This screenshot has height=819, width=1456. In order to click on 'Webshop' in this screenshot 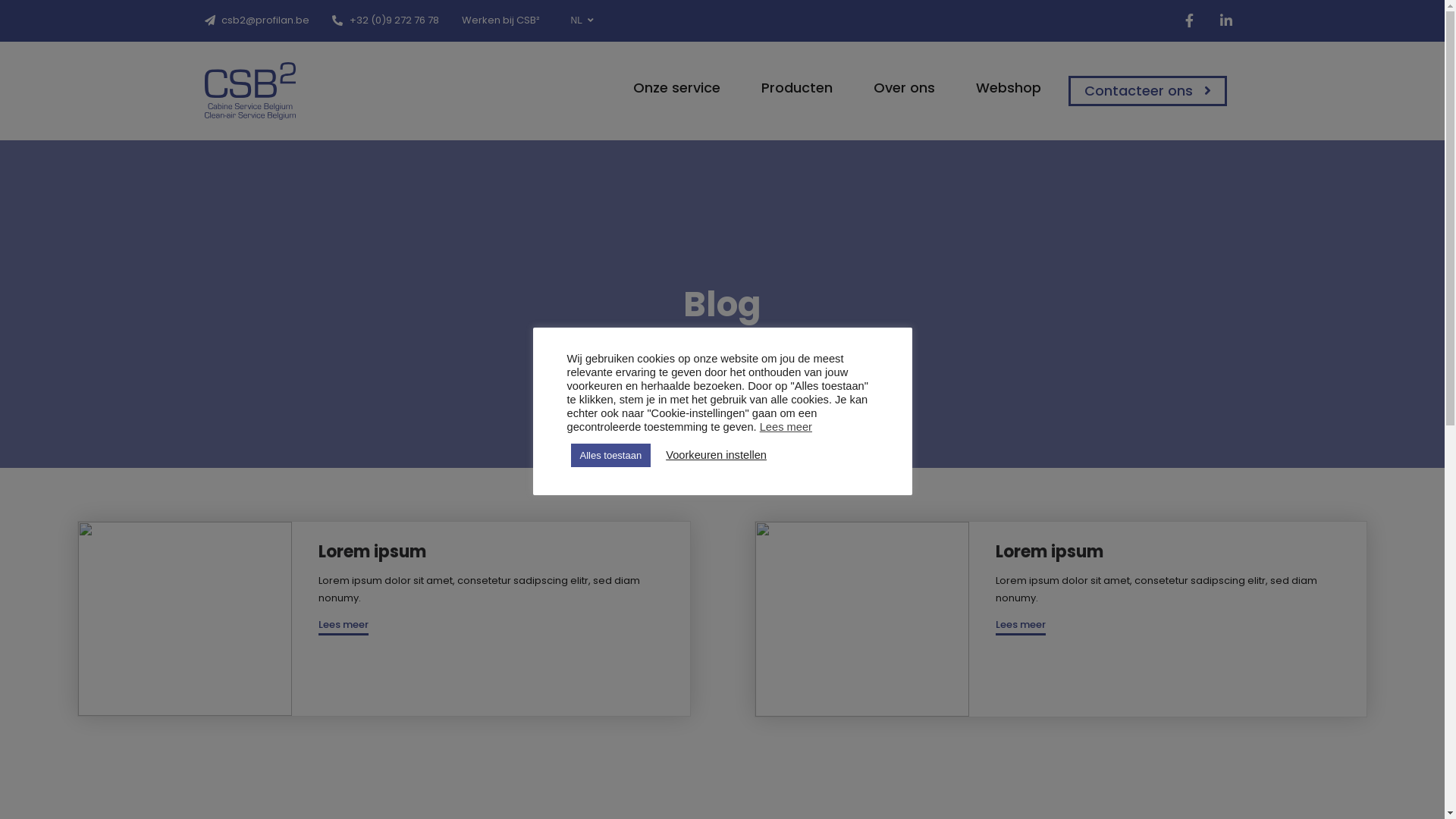, I will do `click(1001, 87)`.